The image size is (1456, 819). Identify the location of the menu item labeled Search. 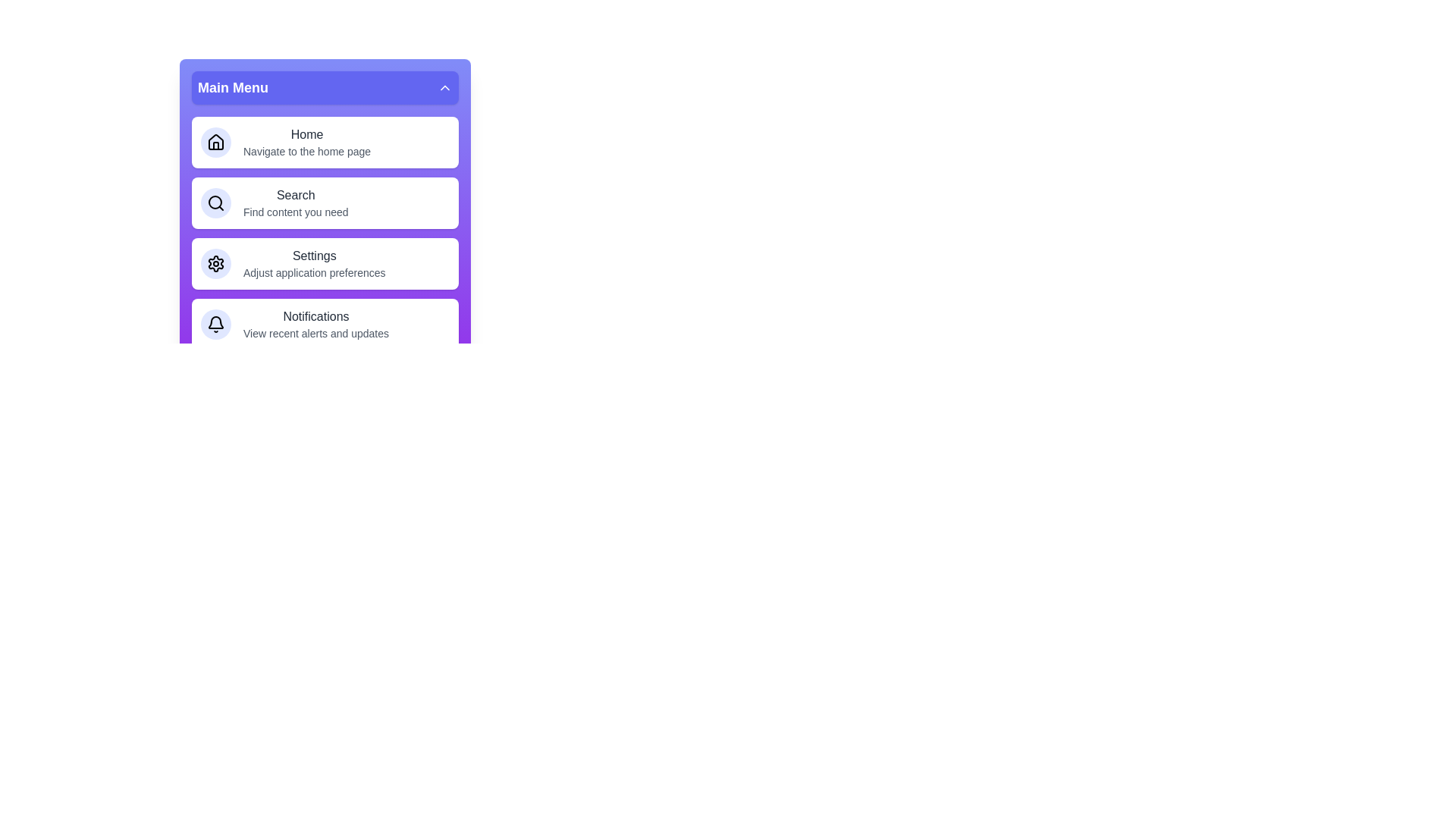
(324, 202).